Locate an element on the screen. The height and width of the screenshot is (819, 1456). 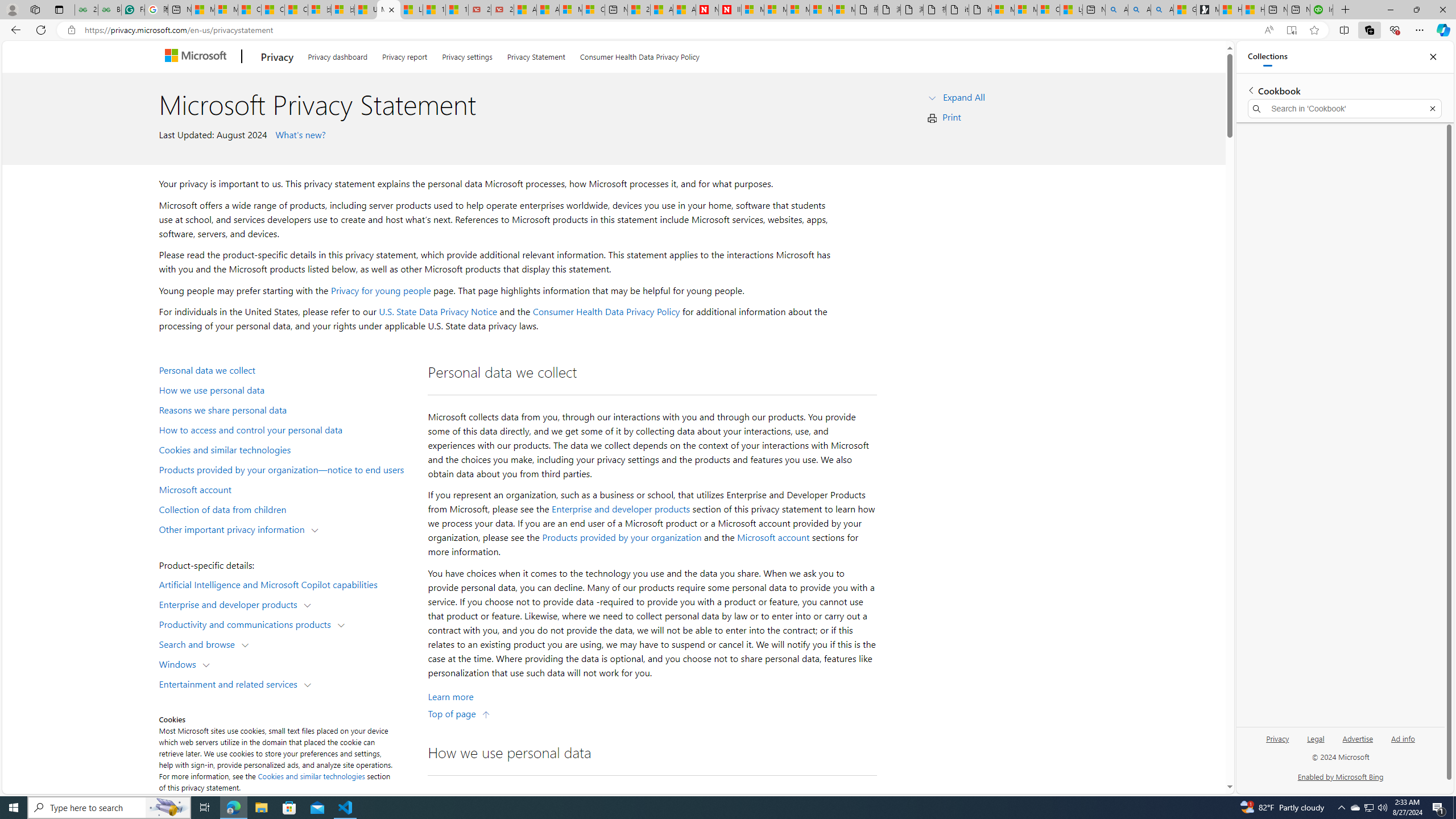
'Privacy Statement' is located at coordinates (536, 55).